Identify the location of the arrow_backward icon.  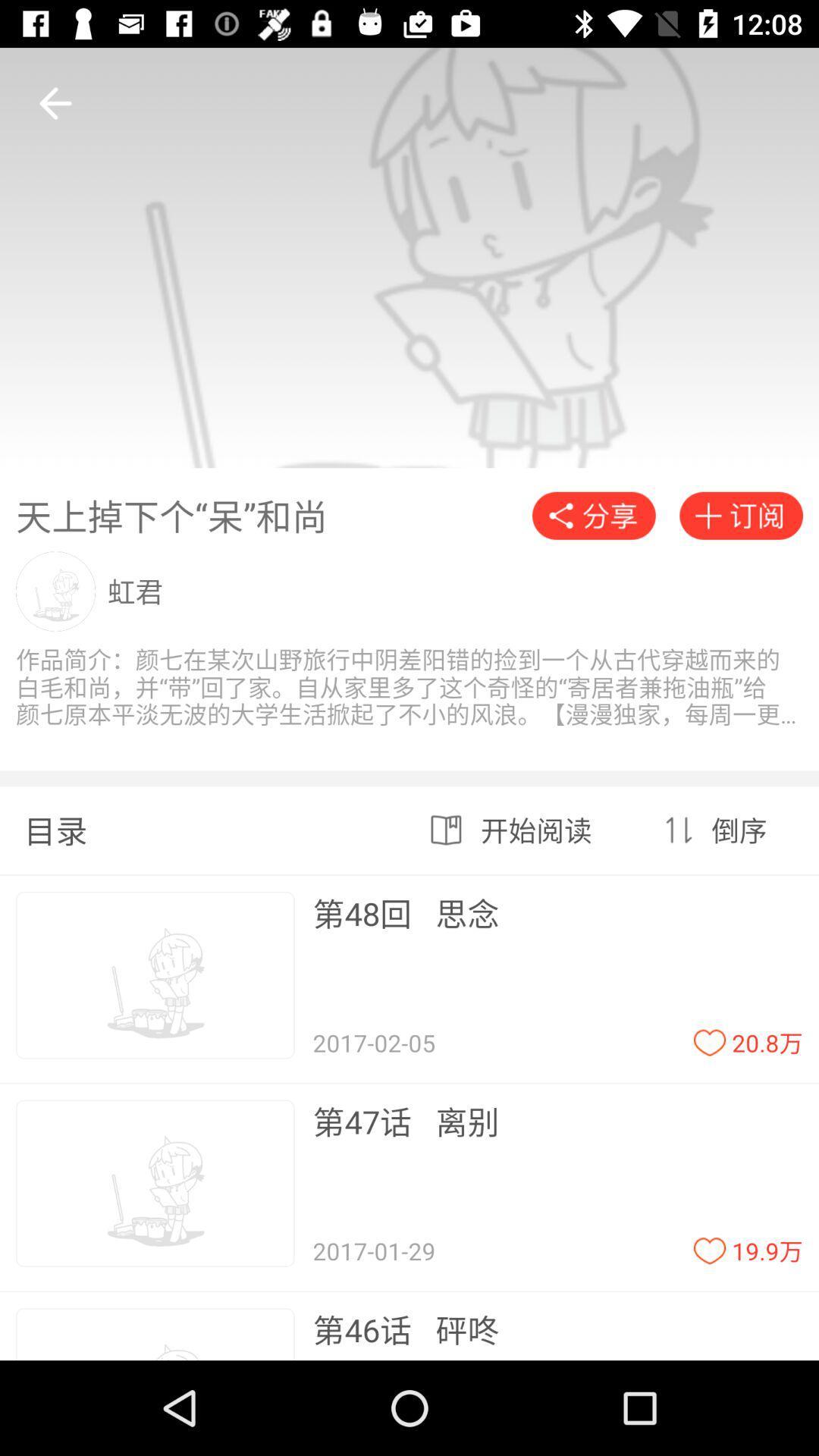
(55, 102).